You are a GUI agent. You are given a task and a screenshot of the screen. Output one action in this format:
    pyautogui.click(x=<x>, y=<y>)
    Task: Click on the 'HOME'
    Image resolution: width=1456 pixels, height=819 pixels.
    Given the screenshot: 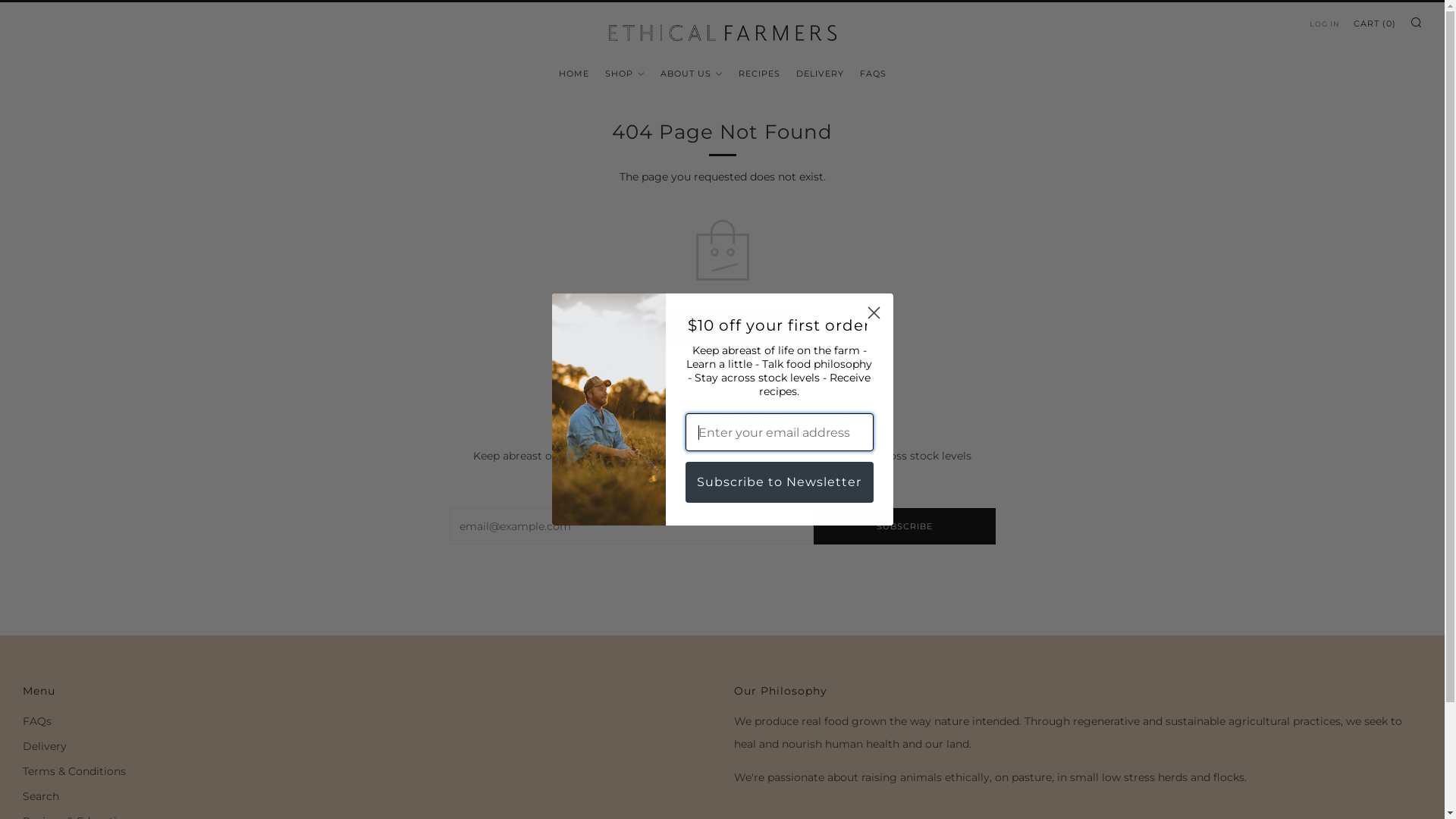 What is the action you would take?
    pyautogui.click(x=573, y=73)
    